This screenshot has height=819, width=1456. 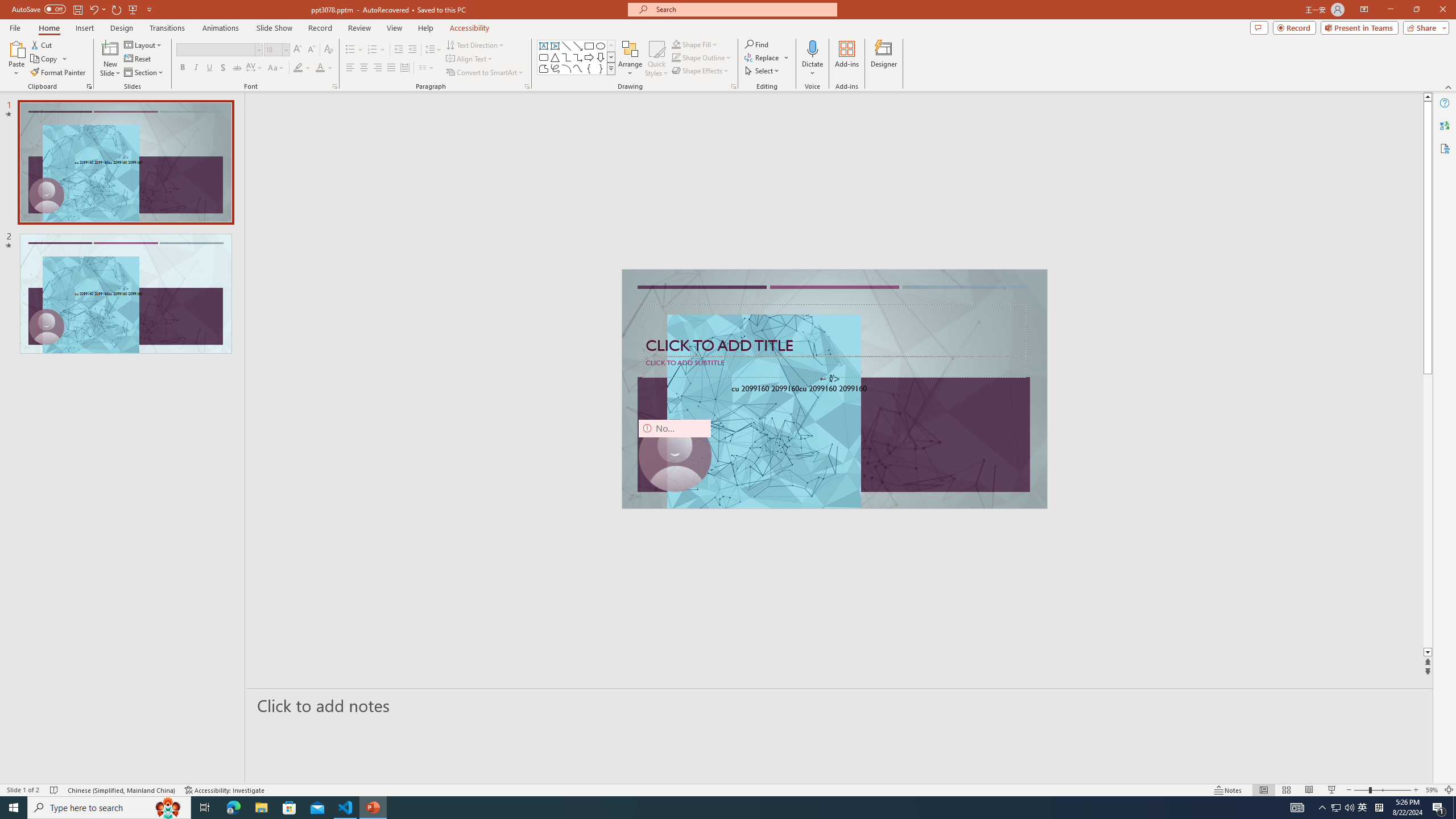 I want to click on 'Zoom 59%', so click(x=1431, y=790).